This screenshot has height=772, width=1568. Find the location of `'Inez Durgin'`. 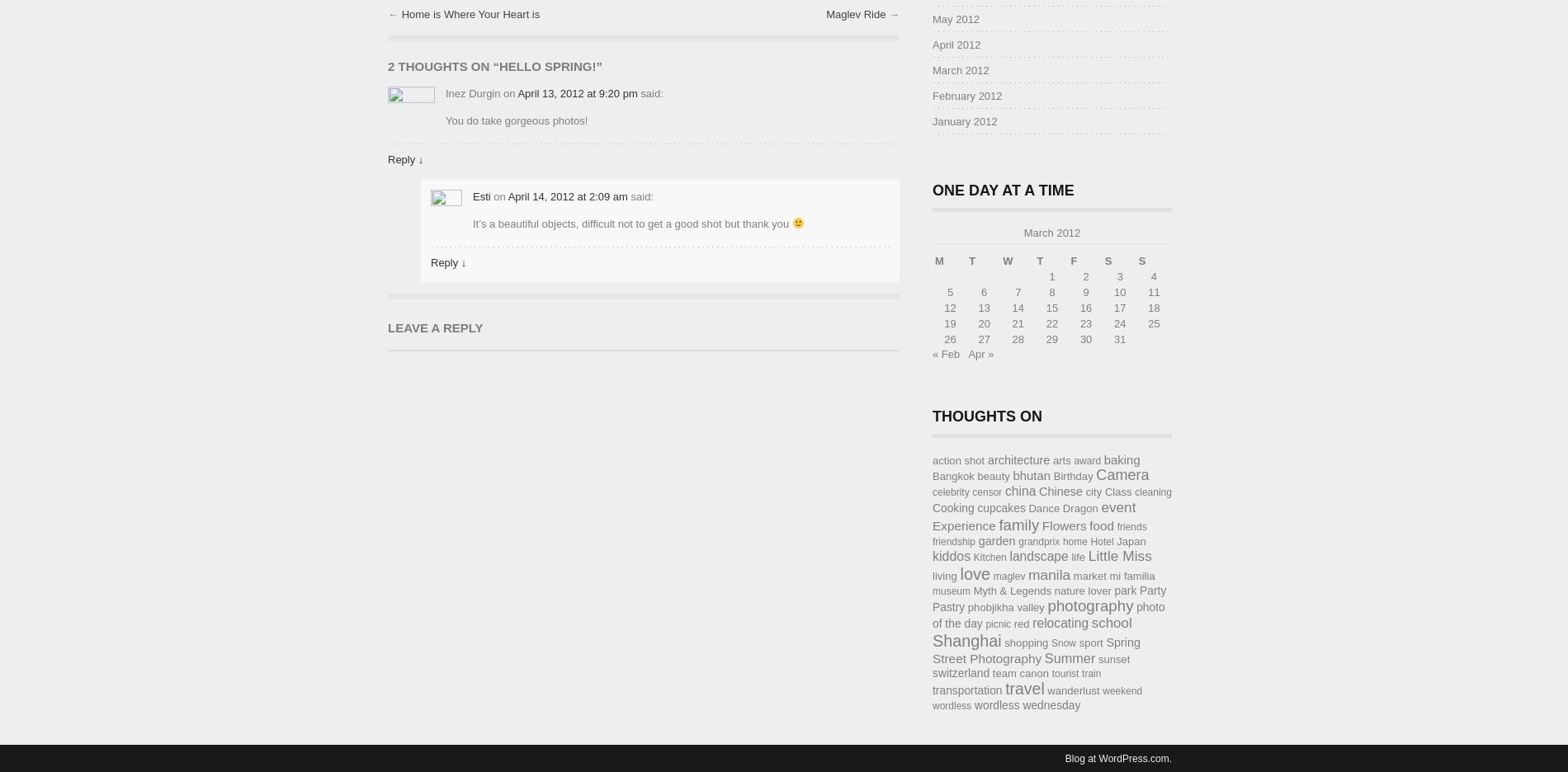

'Inez Durgin' is located at coordinates (445, 92).